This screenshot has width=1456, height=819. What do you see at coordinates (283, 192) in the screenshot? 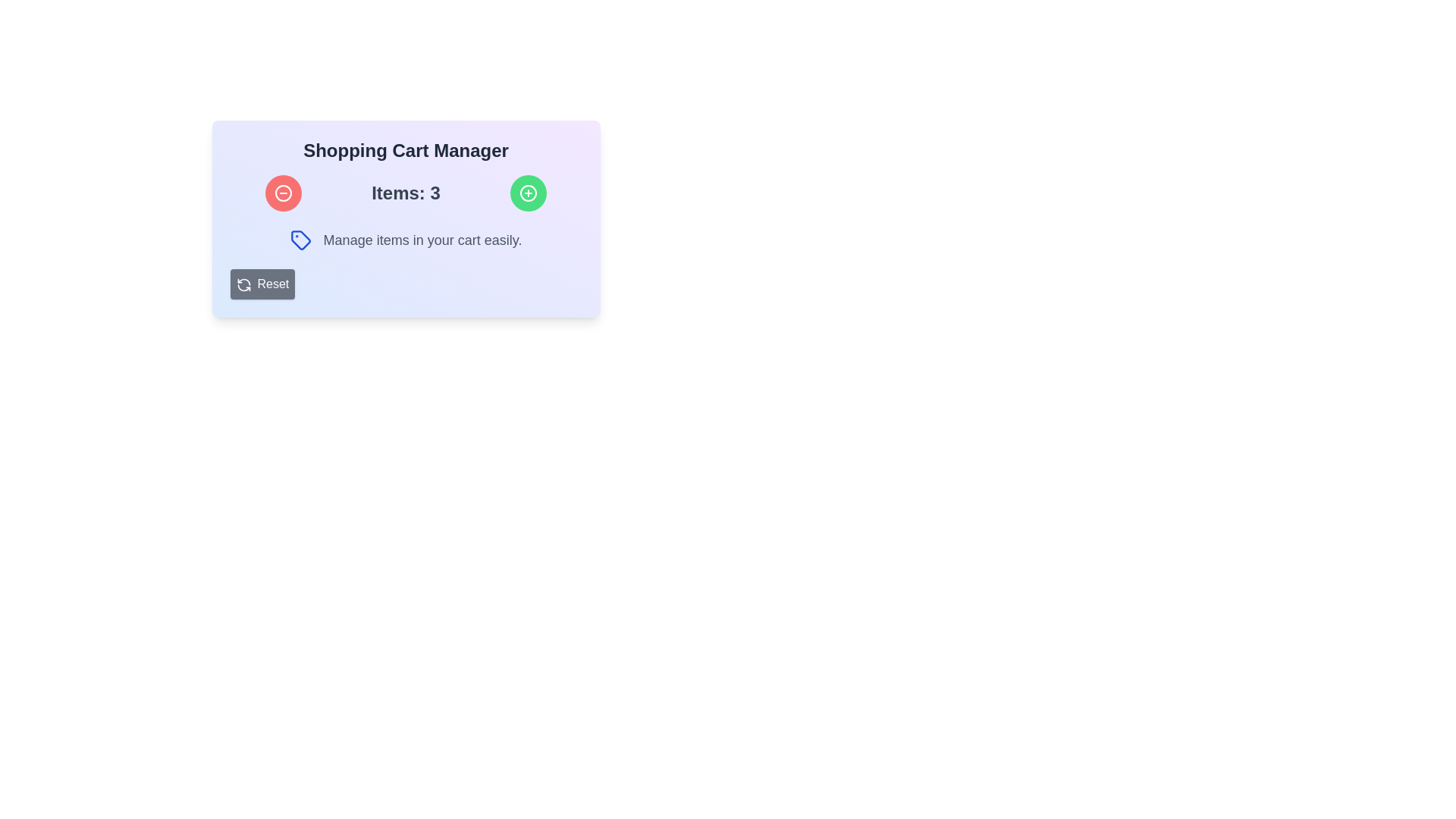
I see `the red circular button with a '-' symbol to decrease the count` at bounding box center [283, 192].